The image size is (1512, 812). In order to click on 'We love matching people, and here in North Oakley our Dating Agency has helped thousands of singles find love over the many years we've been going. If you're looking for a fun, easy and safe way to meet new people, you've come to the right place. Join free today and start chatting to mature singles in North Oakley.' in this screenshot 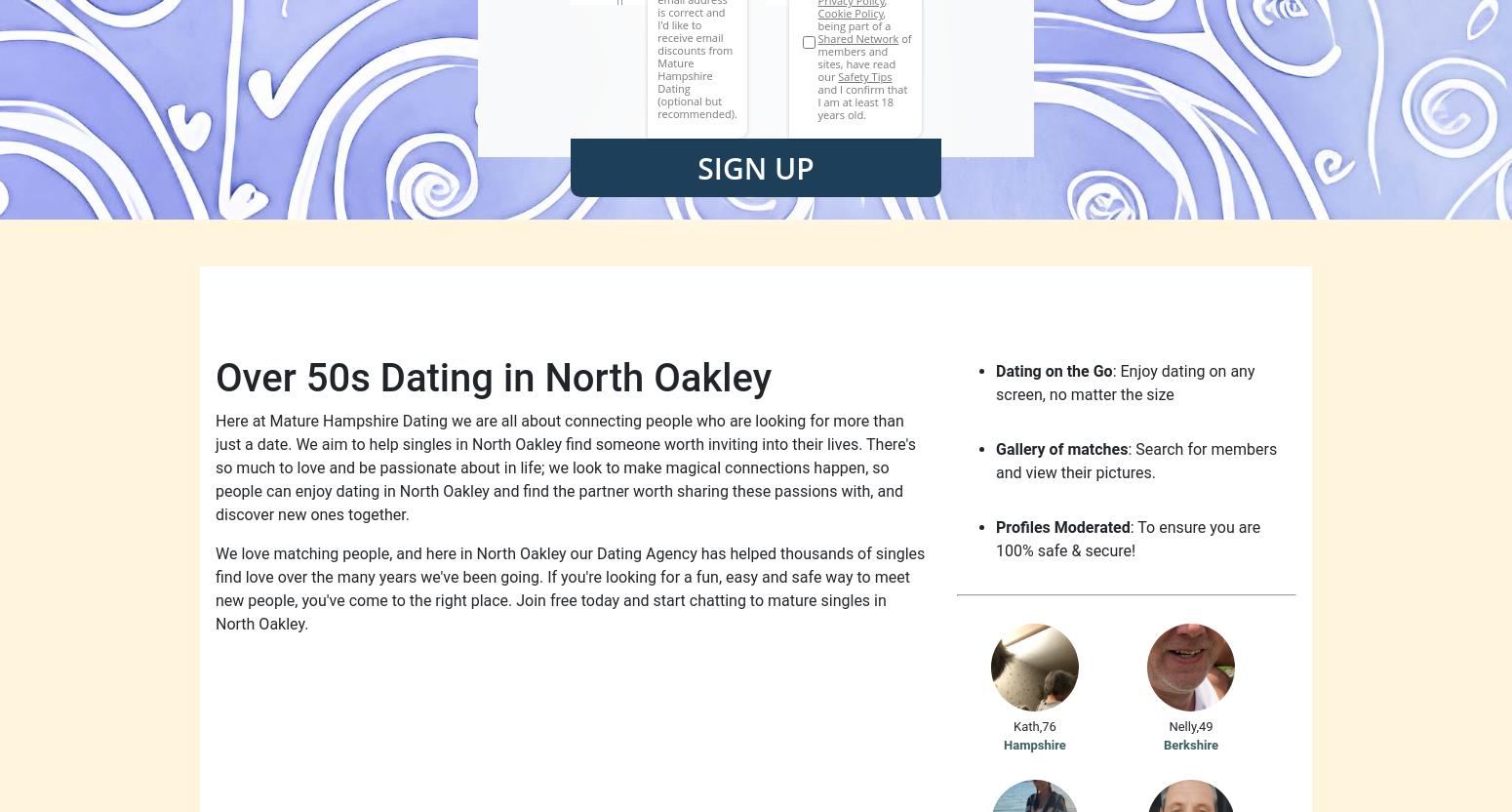, I will do `click(570, 588)`.